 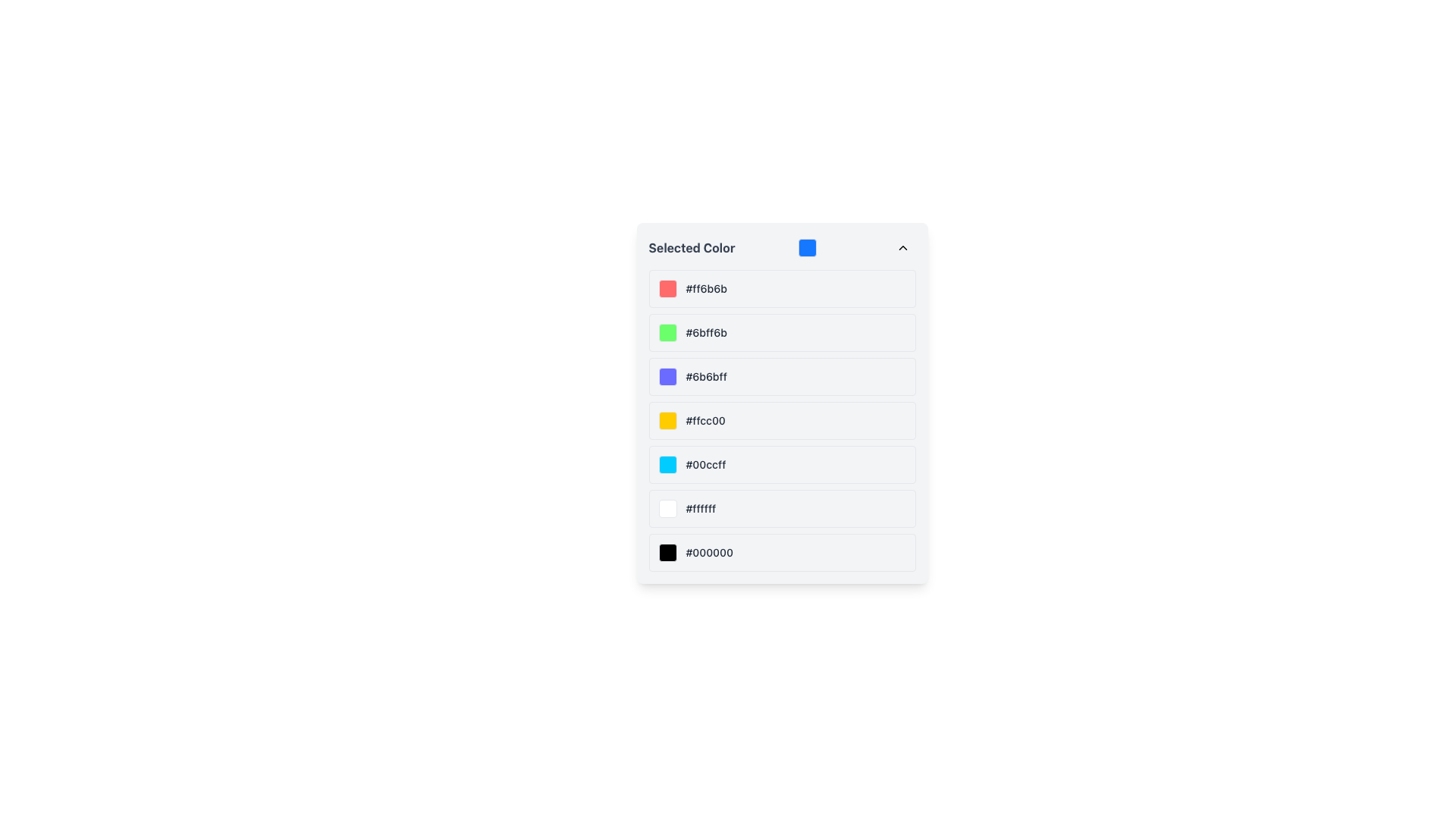 What do you see at coordinates (782, 289) in the screenshot?
I see `the first entry of the interactive list item that contains a red color swatch (#ff6b6b) and its corresponding color code` at bounding box center [782, 289].